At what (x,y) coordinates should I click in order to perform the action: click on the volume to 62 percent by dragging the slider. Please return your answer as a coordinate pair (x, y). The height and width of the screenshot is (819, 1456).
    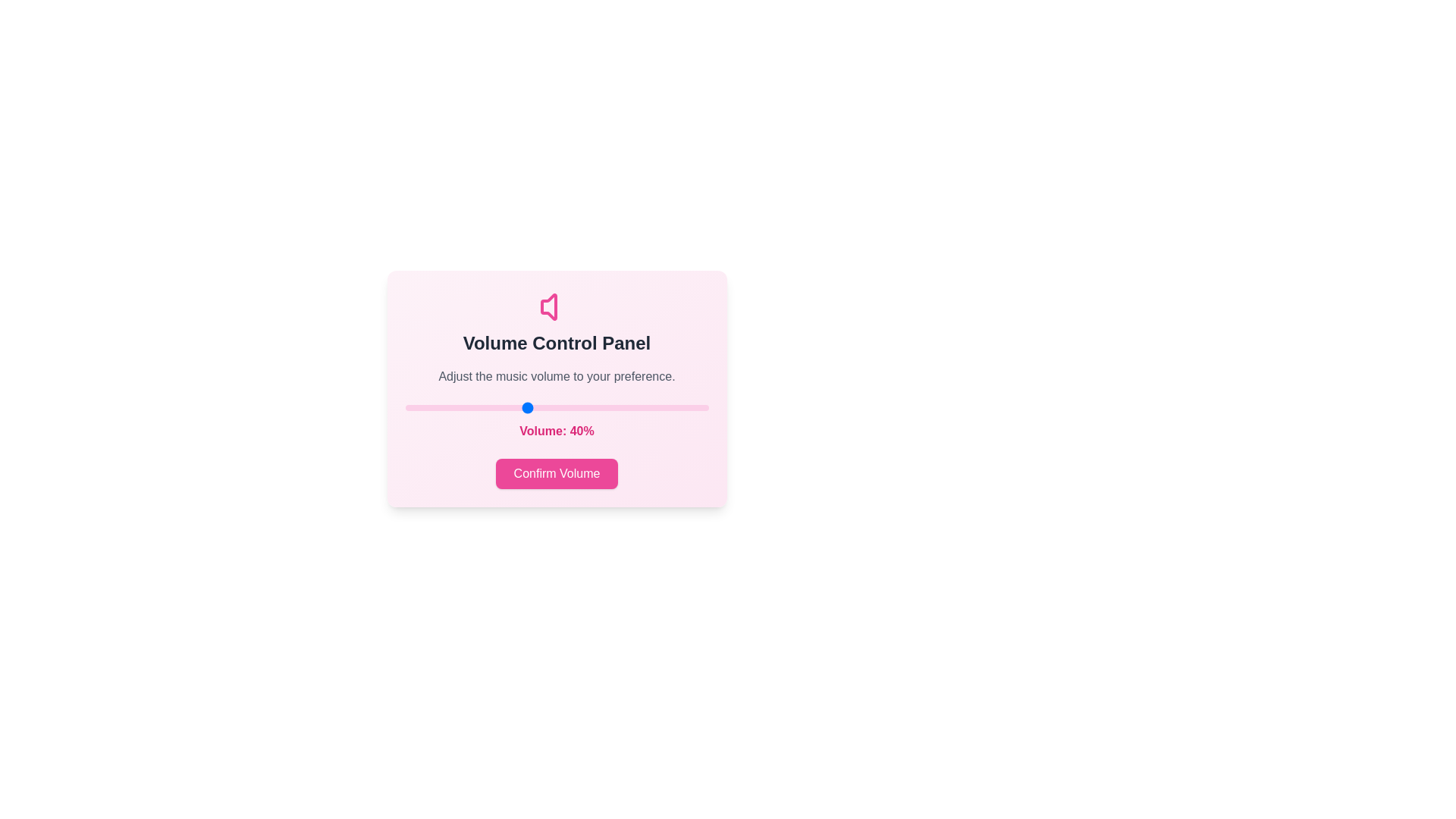
    Looking at the image, I should click on (592, 406).